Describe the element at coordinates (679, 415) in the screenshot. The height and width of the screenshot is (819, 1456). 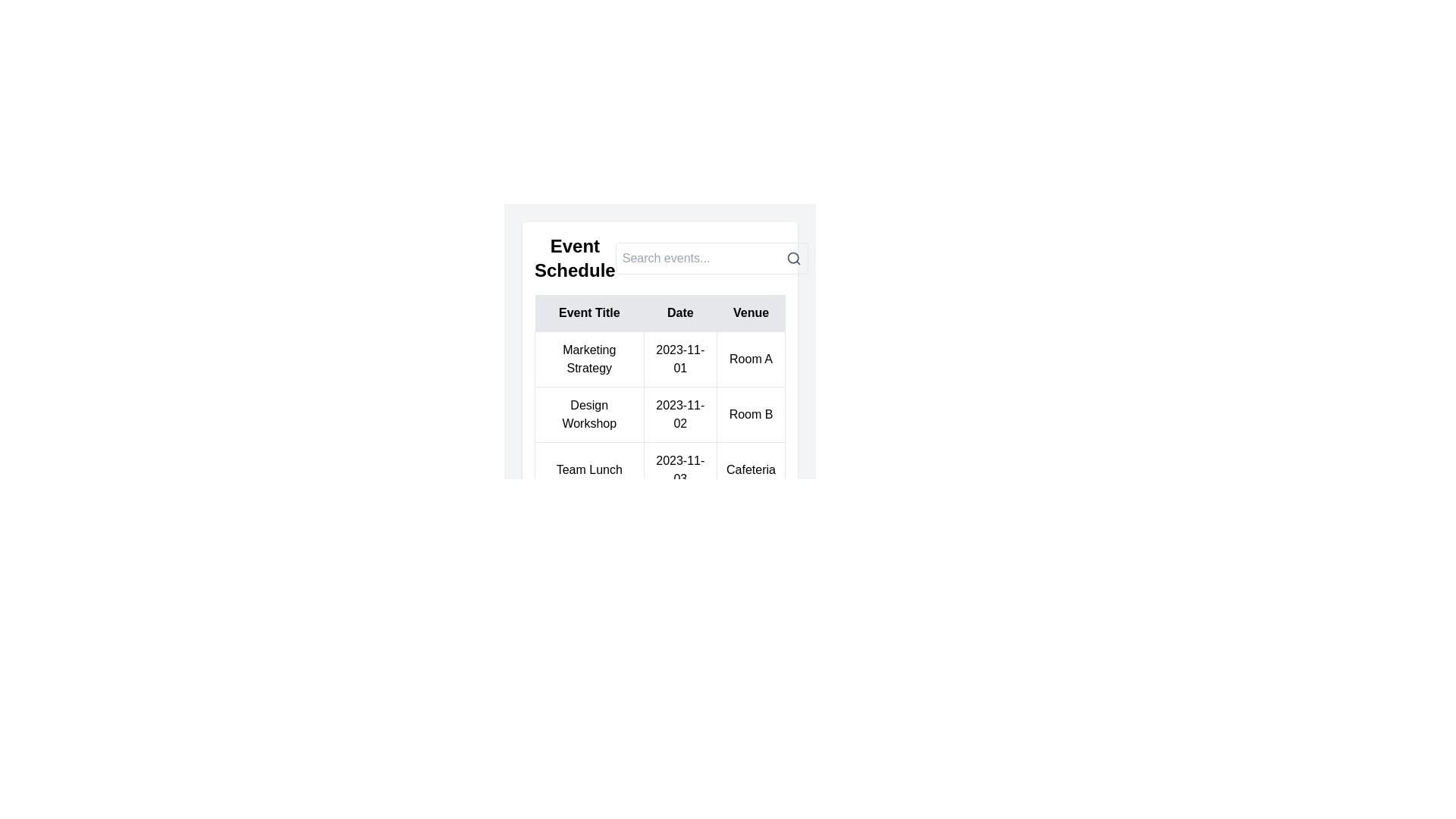
I see `the Text label displaying the date '2023-11-02' in the second row under the 'Date' column of the schedule table` at that location.